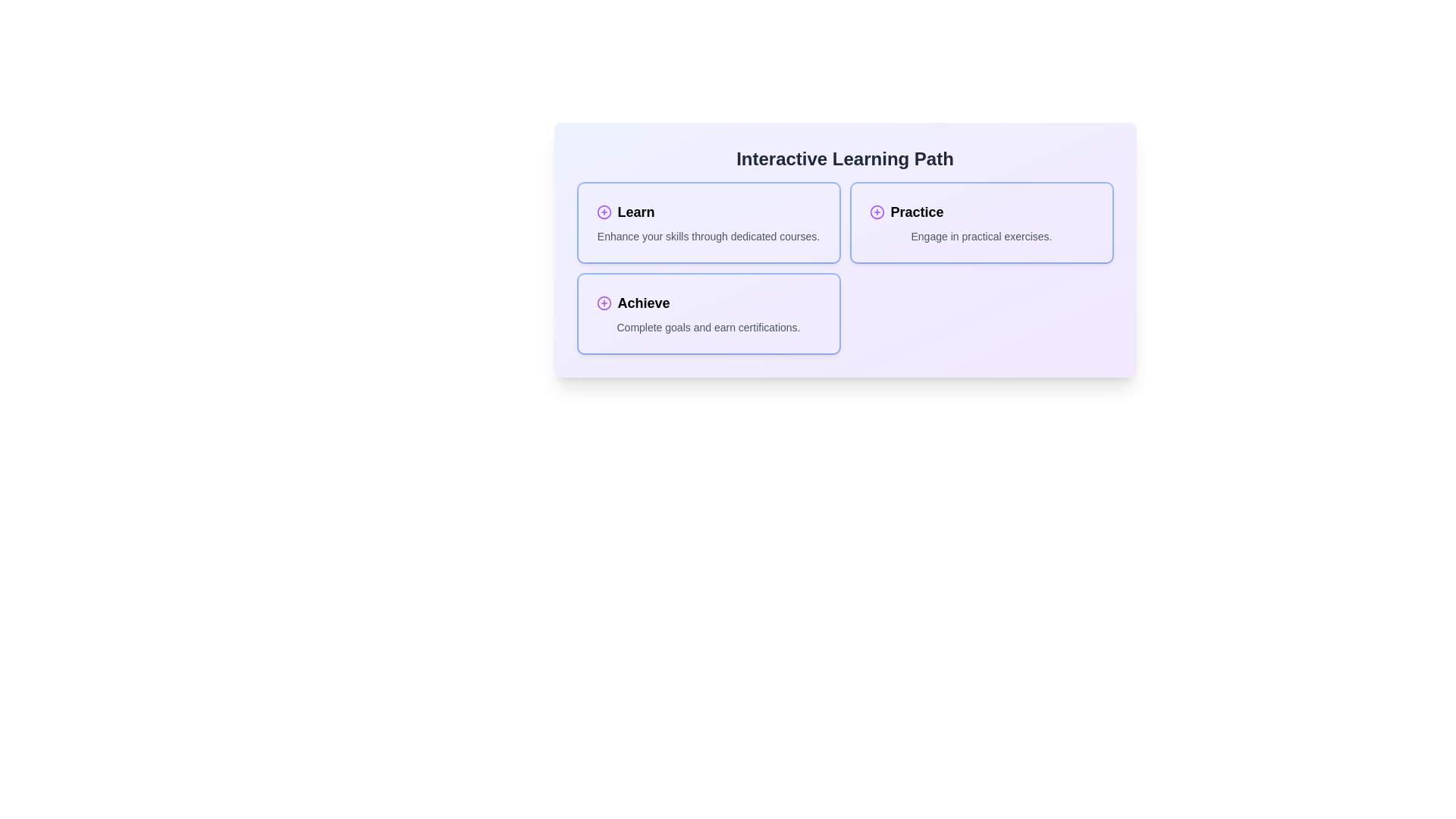 This screenshot has height=819, width=1456. Describe the element at coordinates (636, 212) in the screenshot. I see `text of the title label located at the top of the first card in the grid layout, which serves as a descriptor for the card's content` at that location.